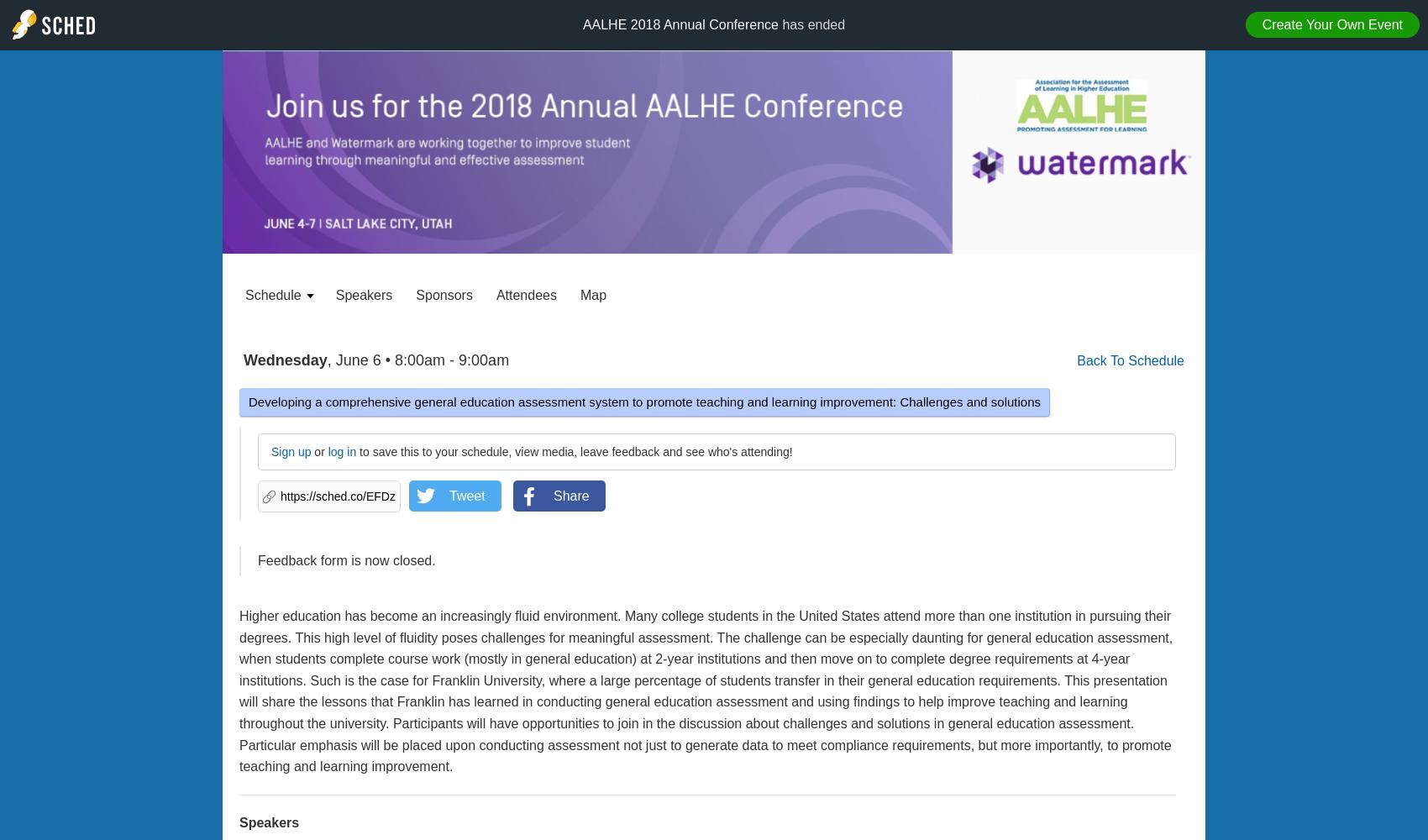 Image resolution: width=1428 pixels, height=840 pixels. I want to click on 'Sign up', so click(290, 452).